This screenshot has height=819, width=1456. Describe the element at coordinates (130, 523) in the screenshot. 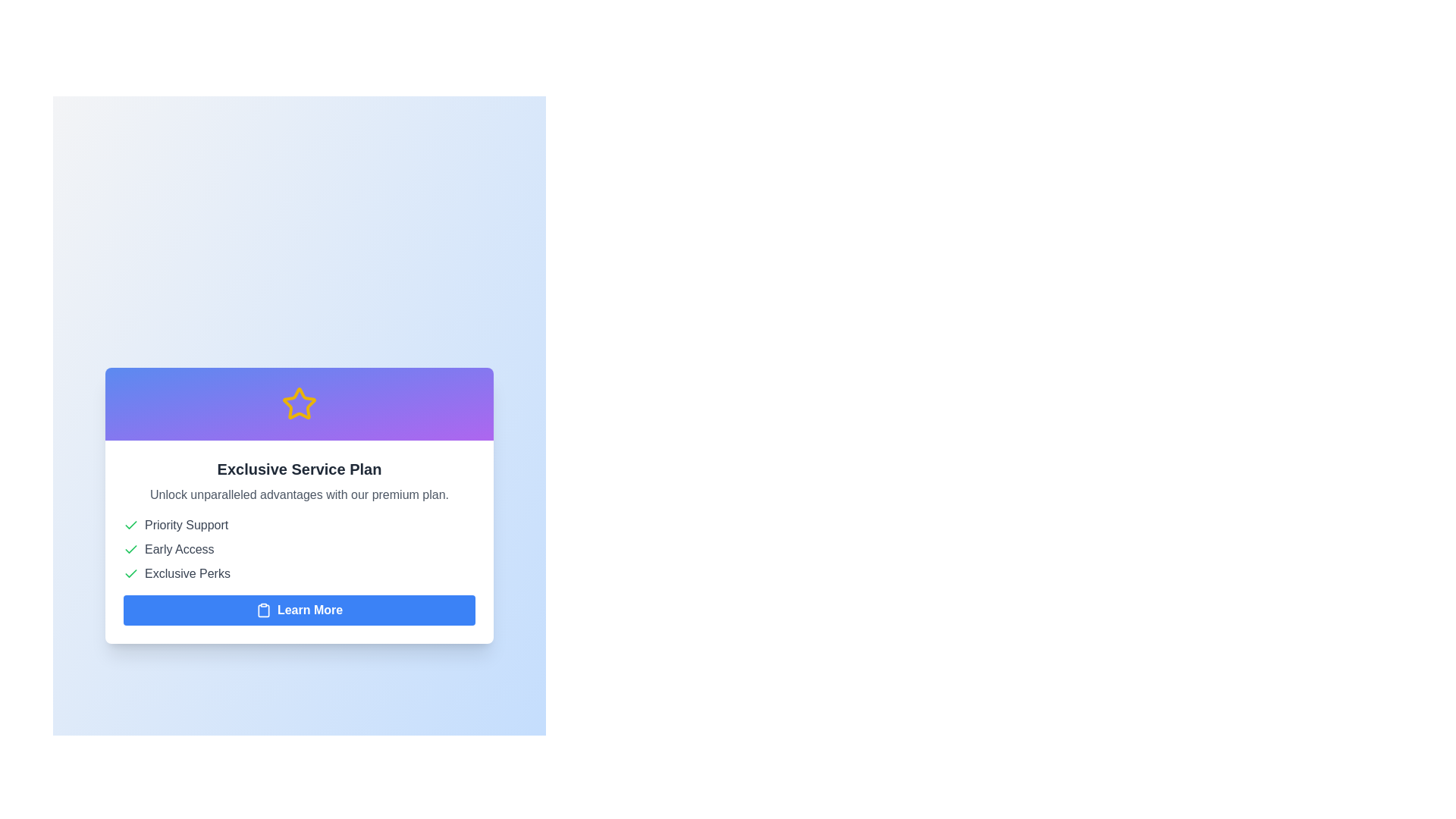

I see `the visual state of the checkmark icon indicating early access, located to the left of the text 'Early Access' in the list under 'Exclusive Service Plan'` at that location.